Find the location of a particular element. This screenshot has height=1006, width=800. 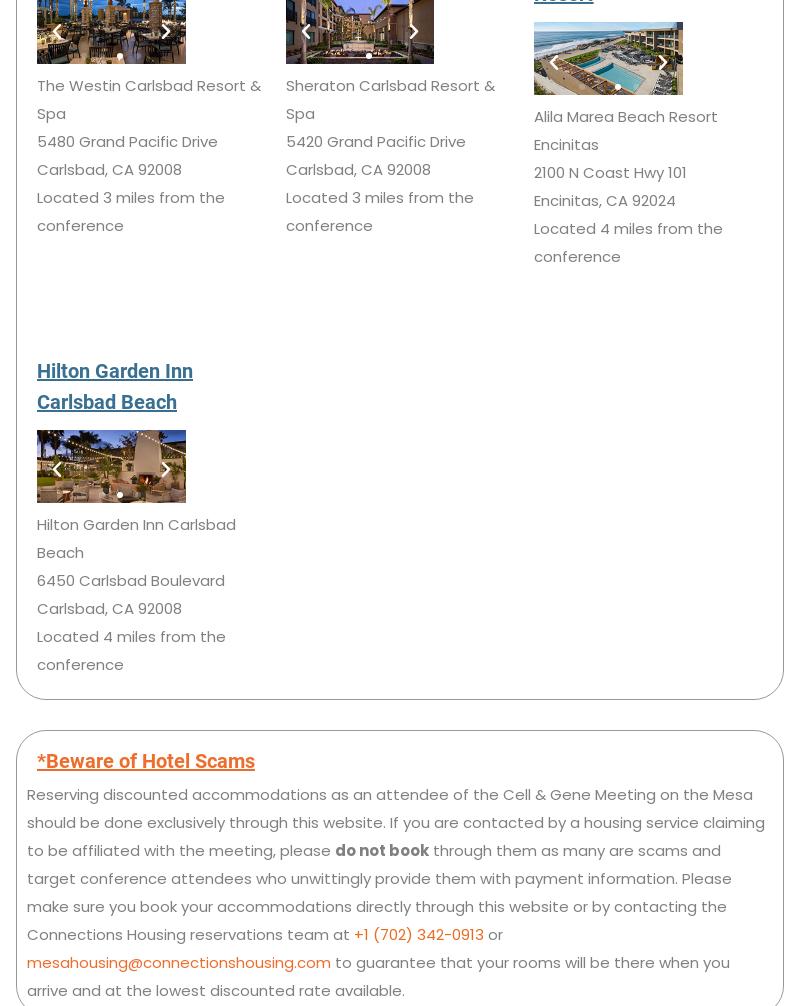

'Alila Marea Beach Resort Encinitas' is located at coordinates (626, 129).